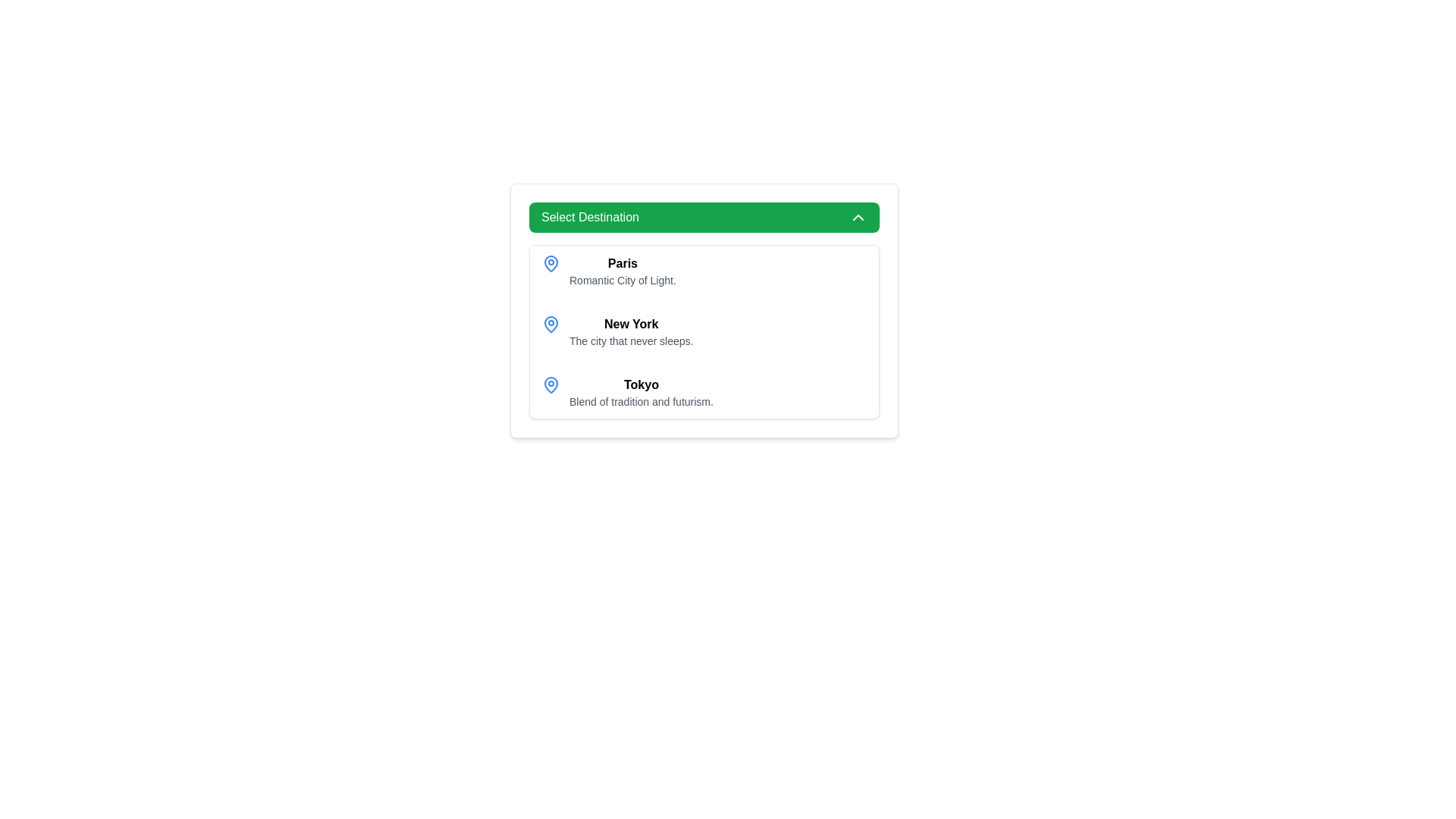 Image resolution: width=1456 pixels, height=819 pixels. I want to click on descriptive text element that says 'Blend of tradition and futurism.' located below the 'Tokyo' label in the dropdown menu, so click(641, 400).